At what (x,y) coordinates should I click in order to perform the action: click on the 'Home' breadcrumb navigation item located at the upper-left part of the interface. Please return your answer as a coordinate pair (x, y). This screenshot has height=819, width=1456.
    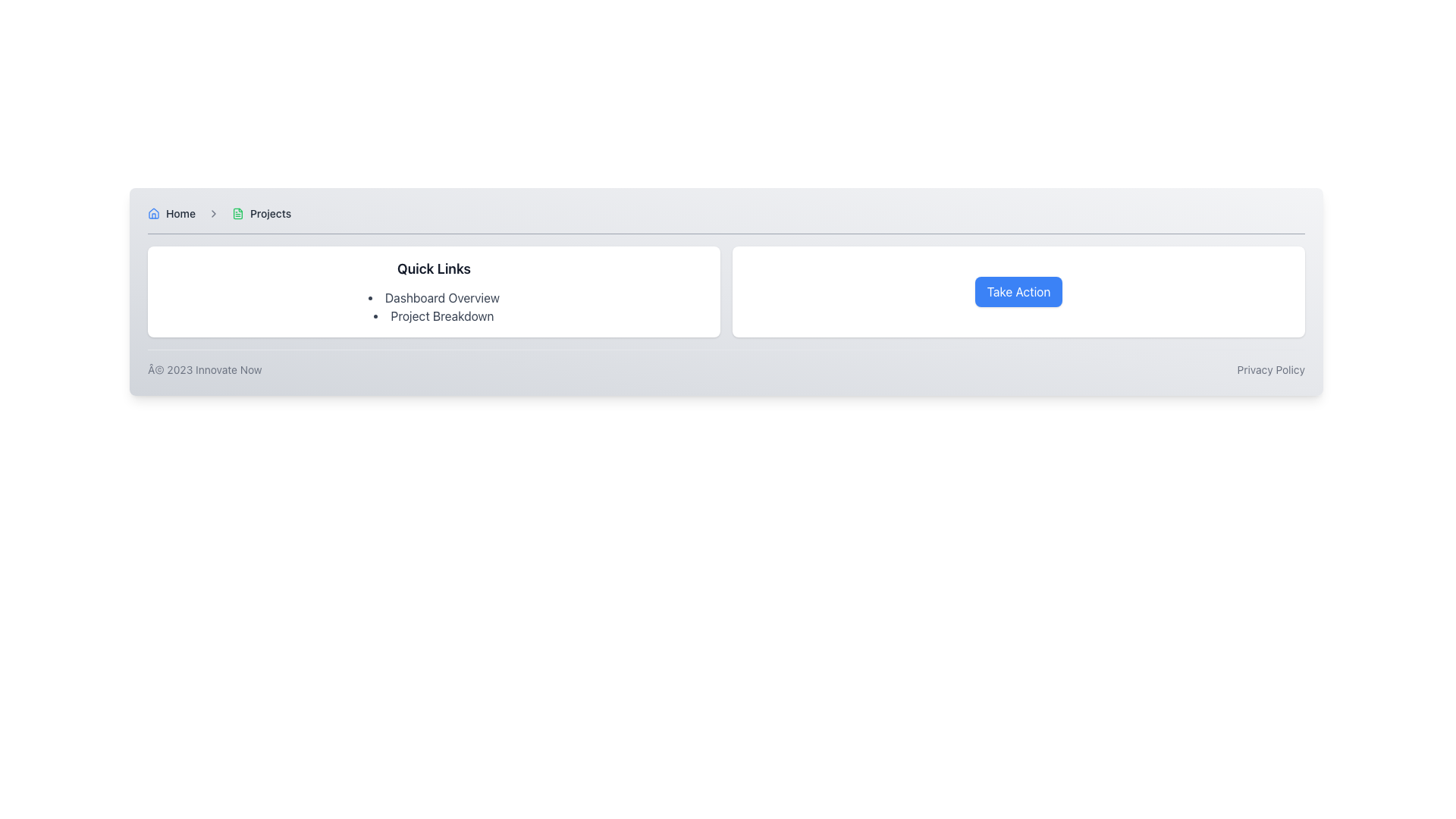
    Looking at the image, I should click on (171, 213).